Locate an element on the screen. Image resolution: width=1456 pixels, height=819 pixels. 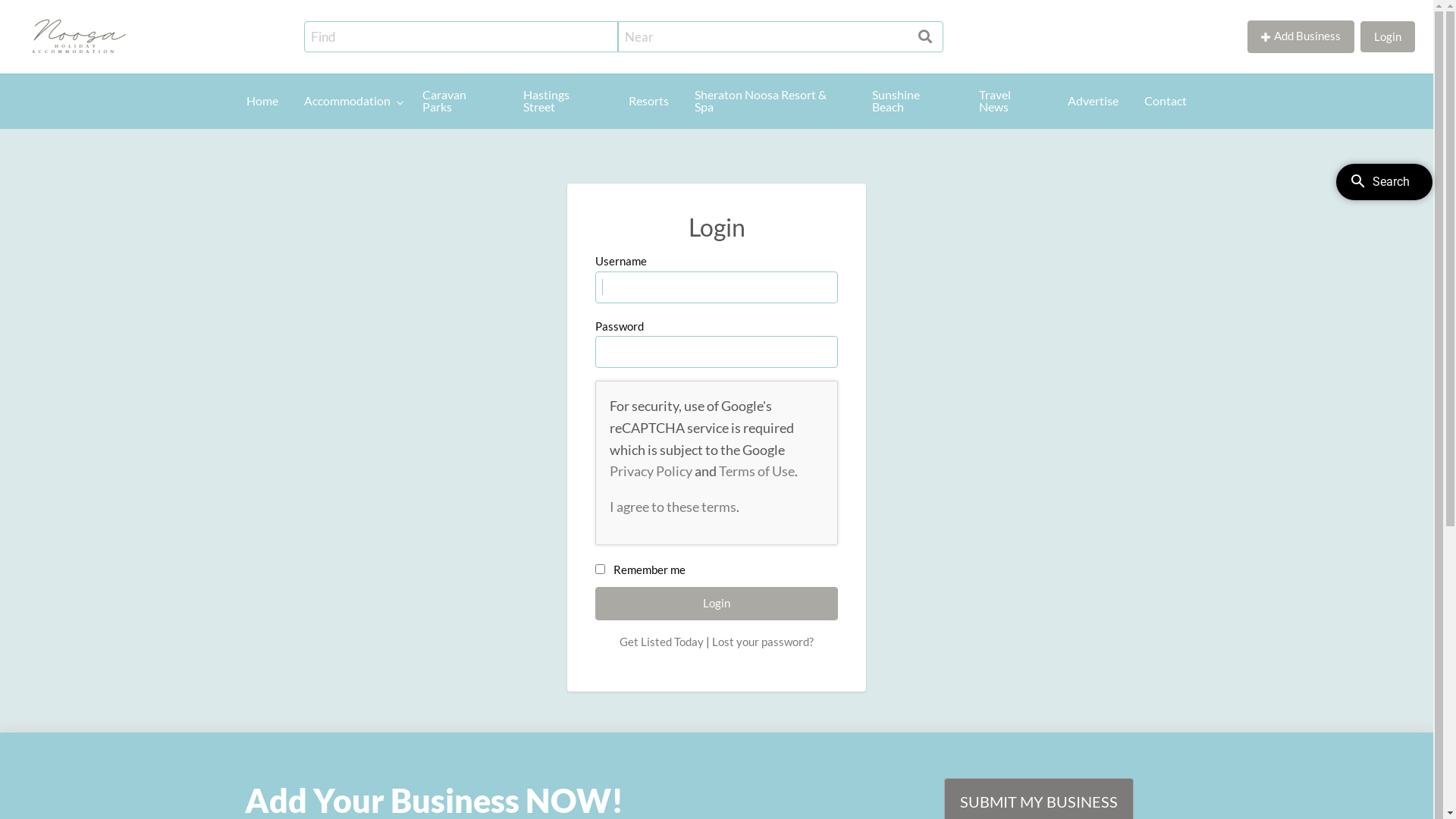
'I agree to these terms' is located at coordinates (672, 506).